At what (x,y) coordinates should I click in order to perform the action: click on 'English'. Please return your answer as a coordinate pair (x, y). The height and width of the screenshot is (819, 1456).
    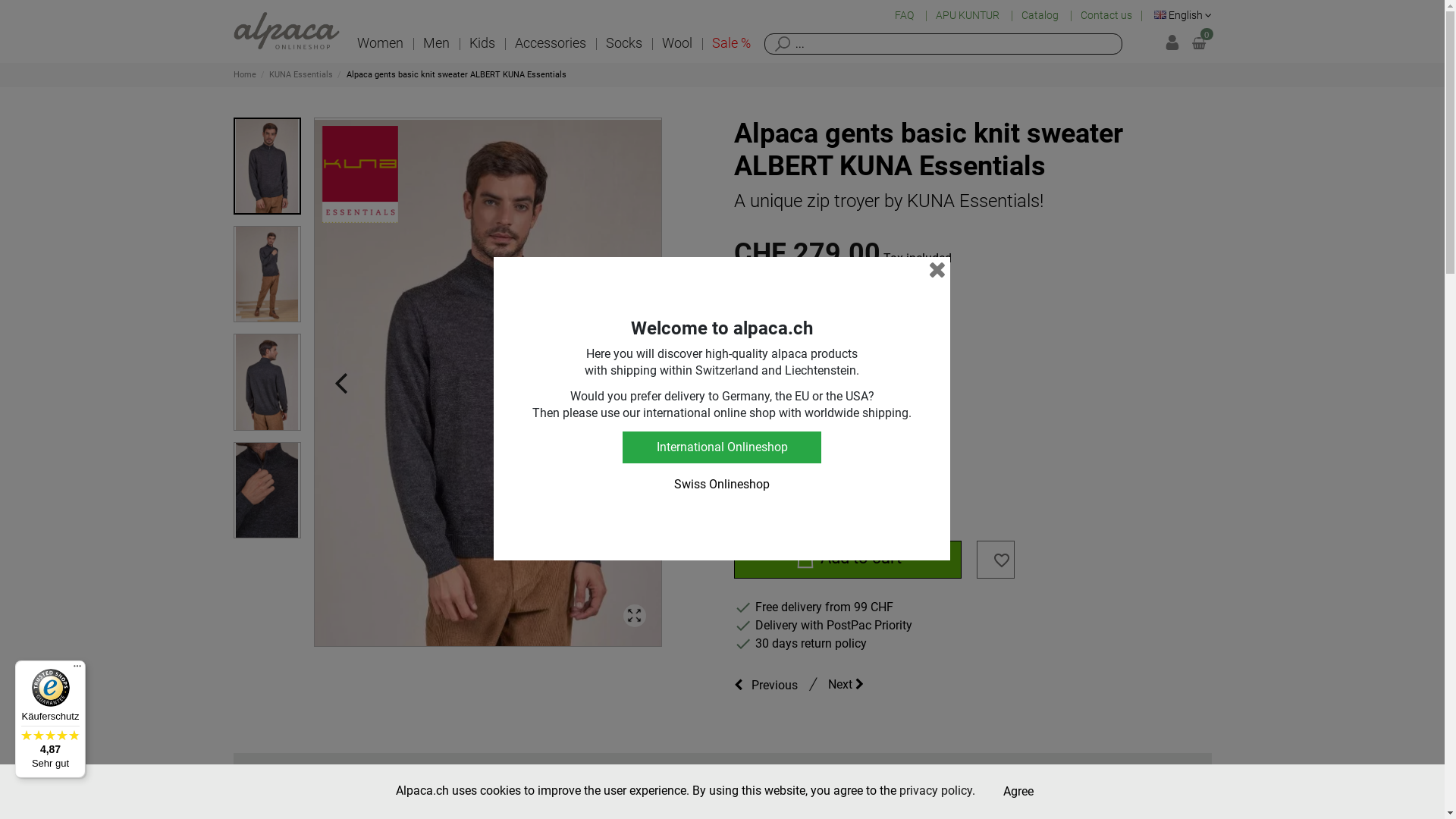
    Looking at the image, I should click on (1182, 14).